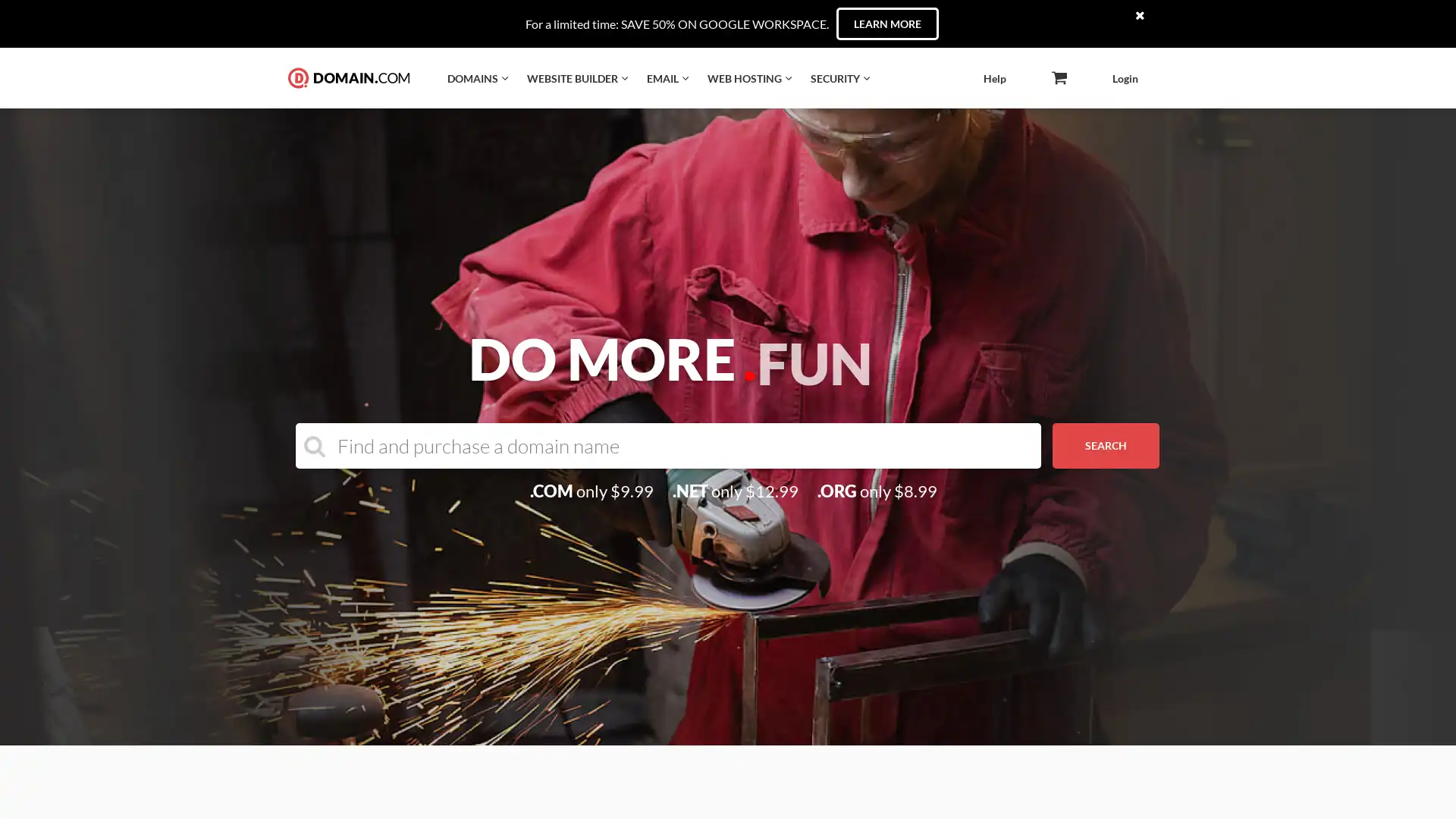 This screenshot has height=819, width=1456. I want to click on Help, so click(994, 78).